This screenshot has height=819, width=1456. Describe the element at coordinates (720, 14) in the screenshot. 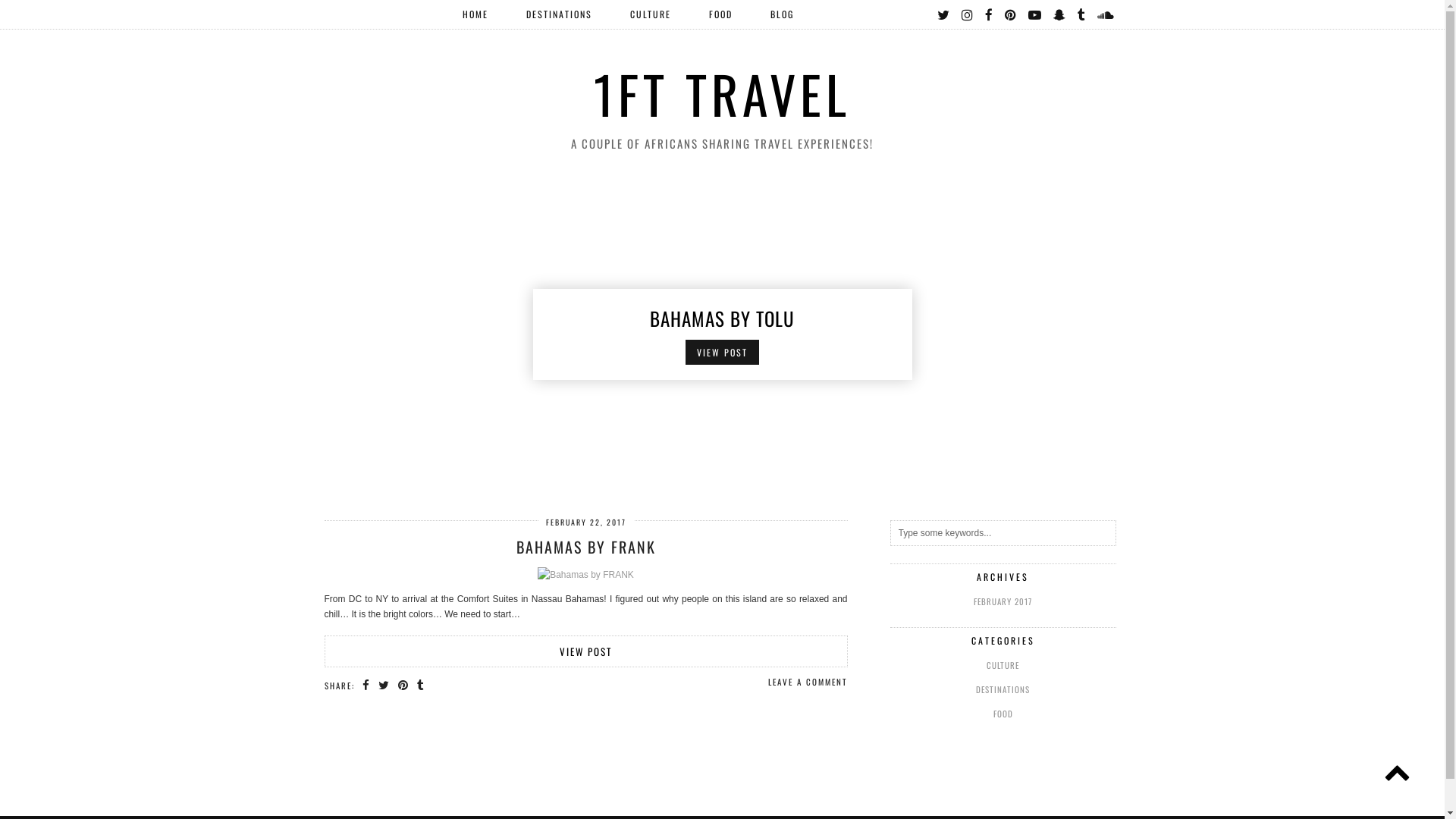

I see `'FOOD'` at that location.